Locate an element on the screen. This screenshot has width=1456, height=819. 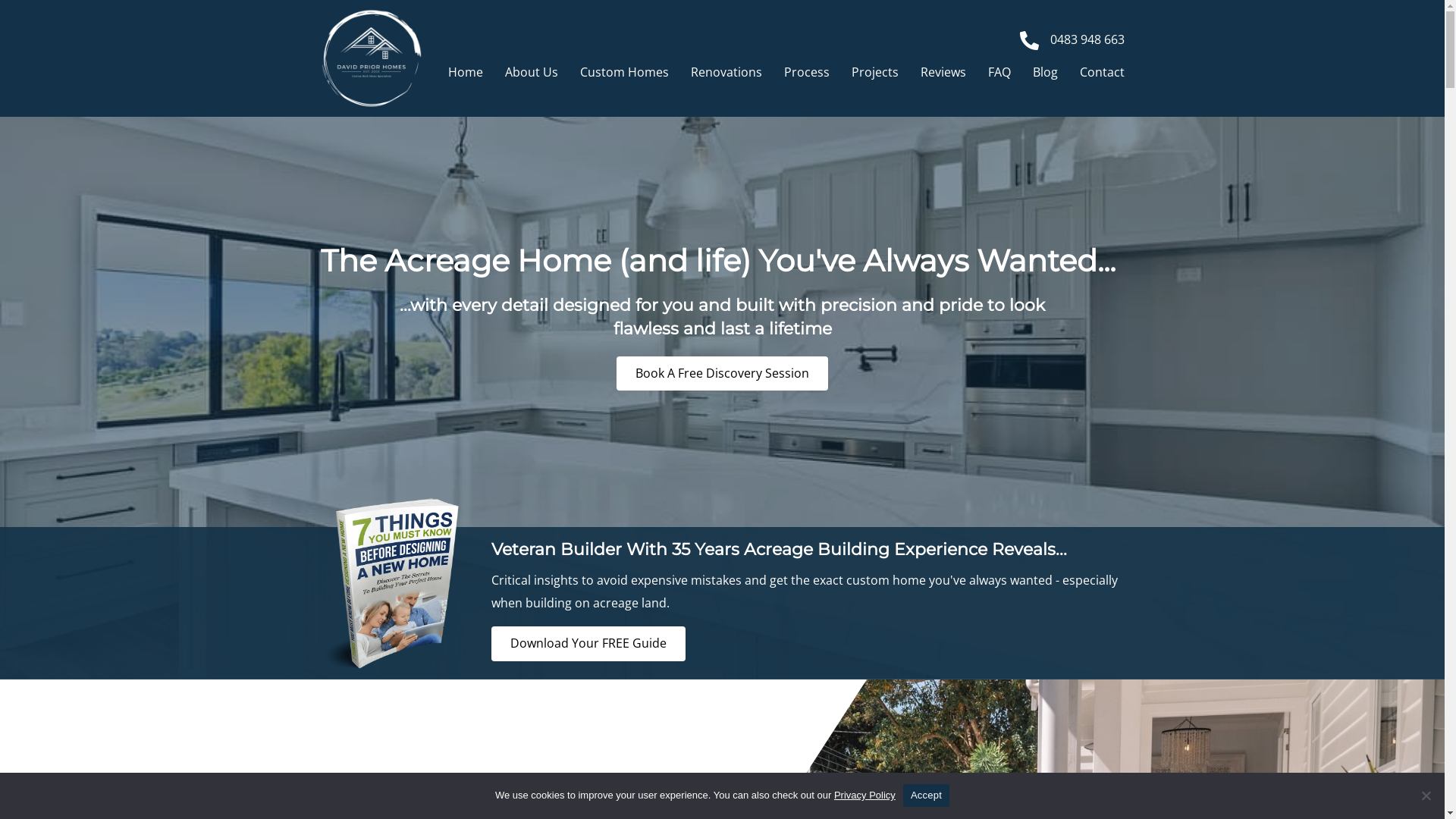
'7ThingsCoverHigh-Res' is located at coordinates (390, 583).